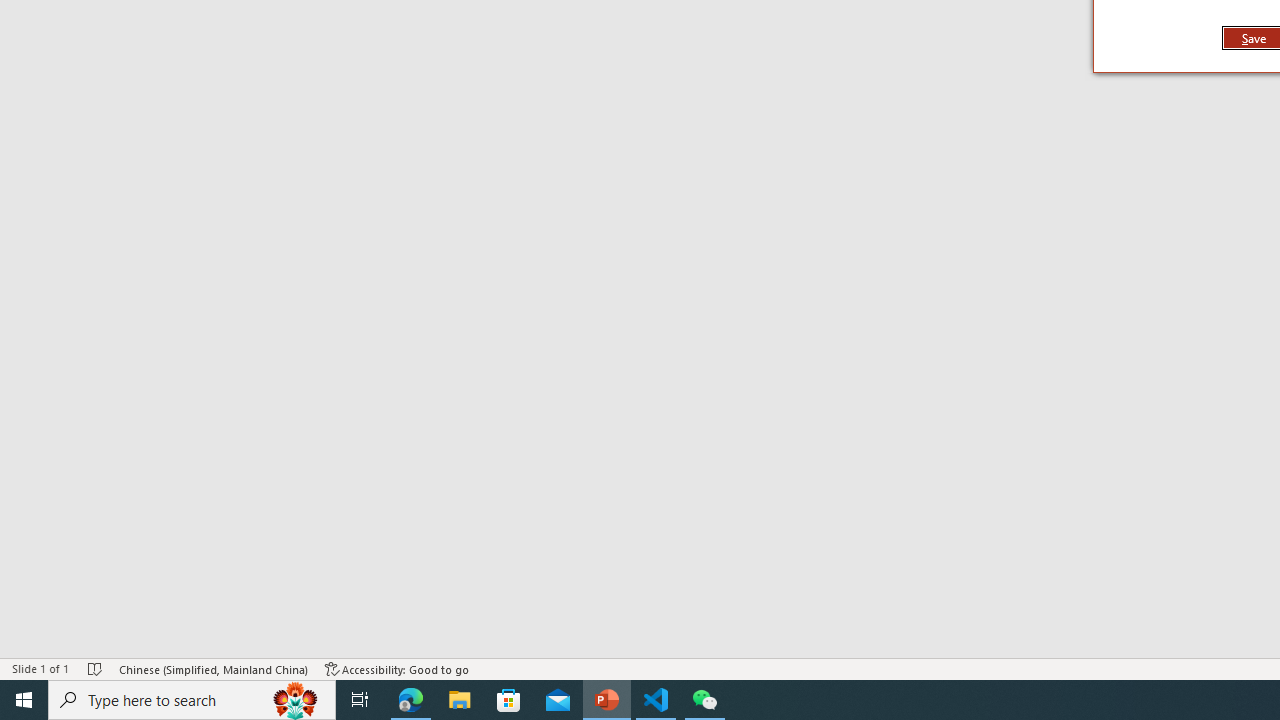  I want to click on 'Accessibility Checker Accessibility: Good to go', so click(397, 669).